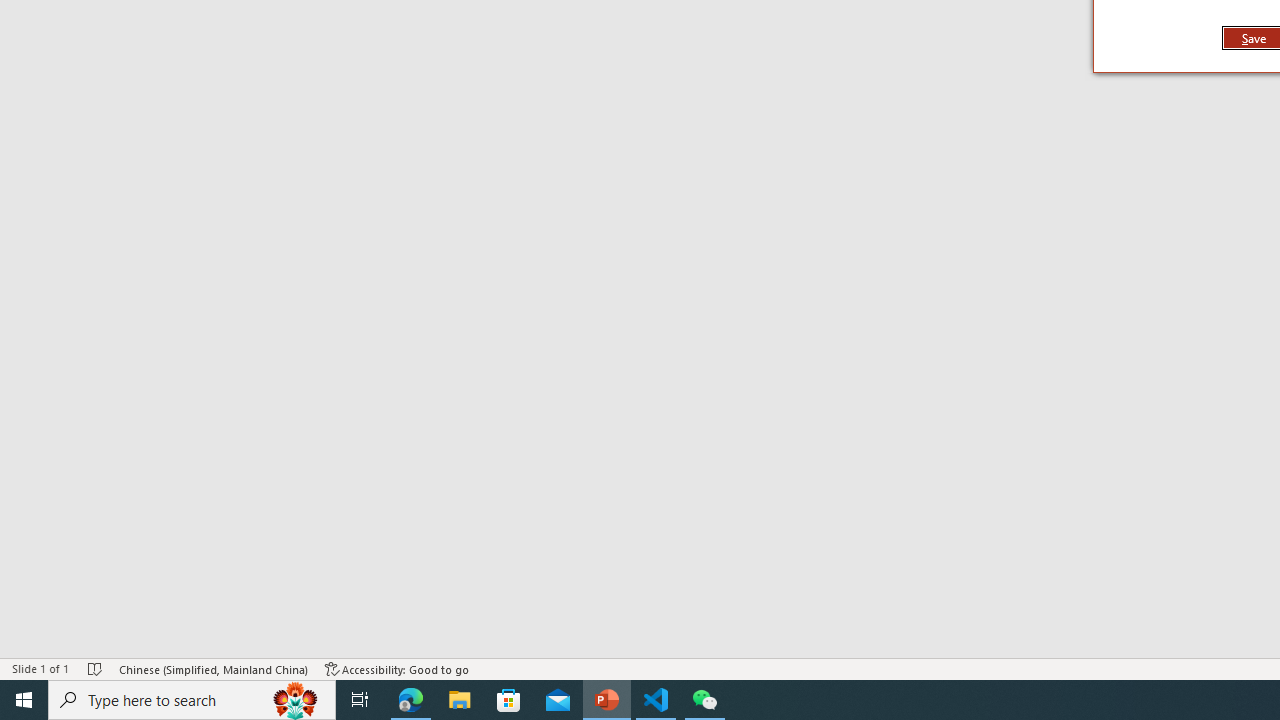  I want to click on 'Accessibility Checker Accessibility: Good to go', so click(397, 669).